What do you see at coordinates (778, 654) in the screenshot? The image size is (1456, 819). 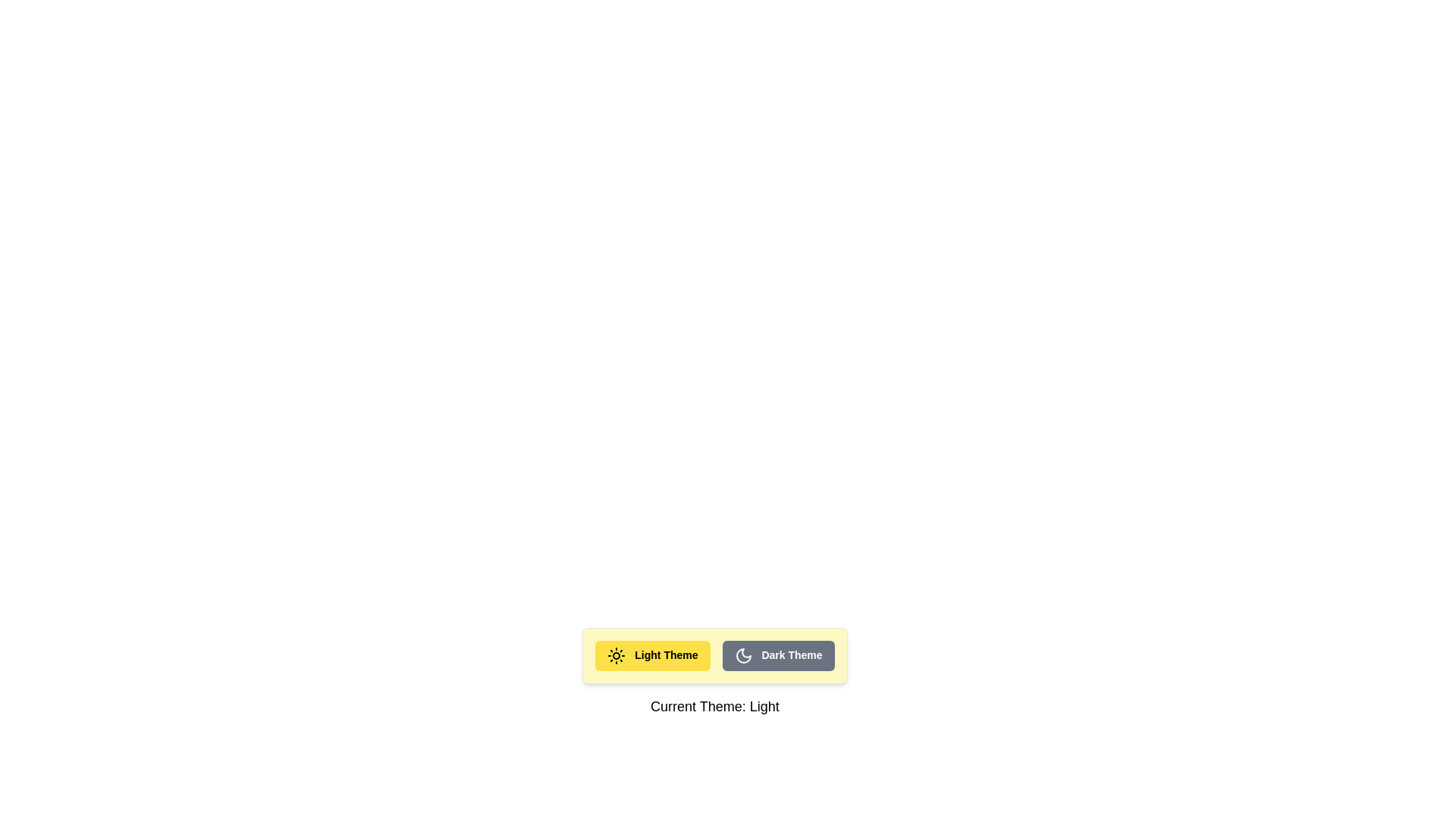 I see `the 'Dark Theme' button, which is a rounded rectangle with a gray background and white text` at bounding box center [778, 654].